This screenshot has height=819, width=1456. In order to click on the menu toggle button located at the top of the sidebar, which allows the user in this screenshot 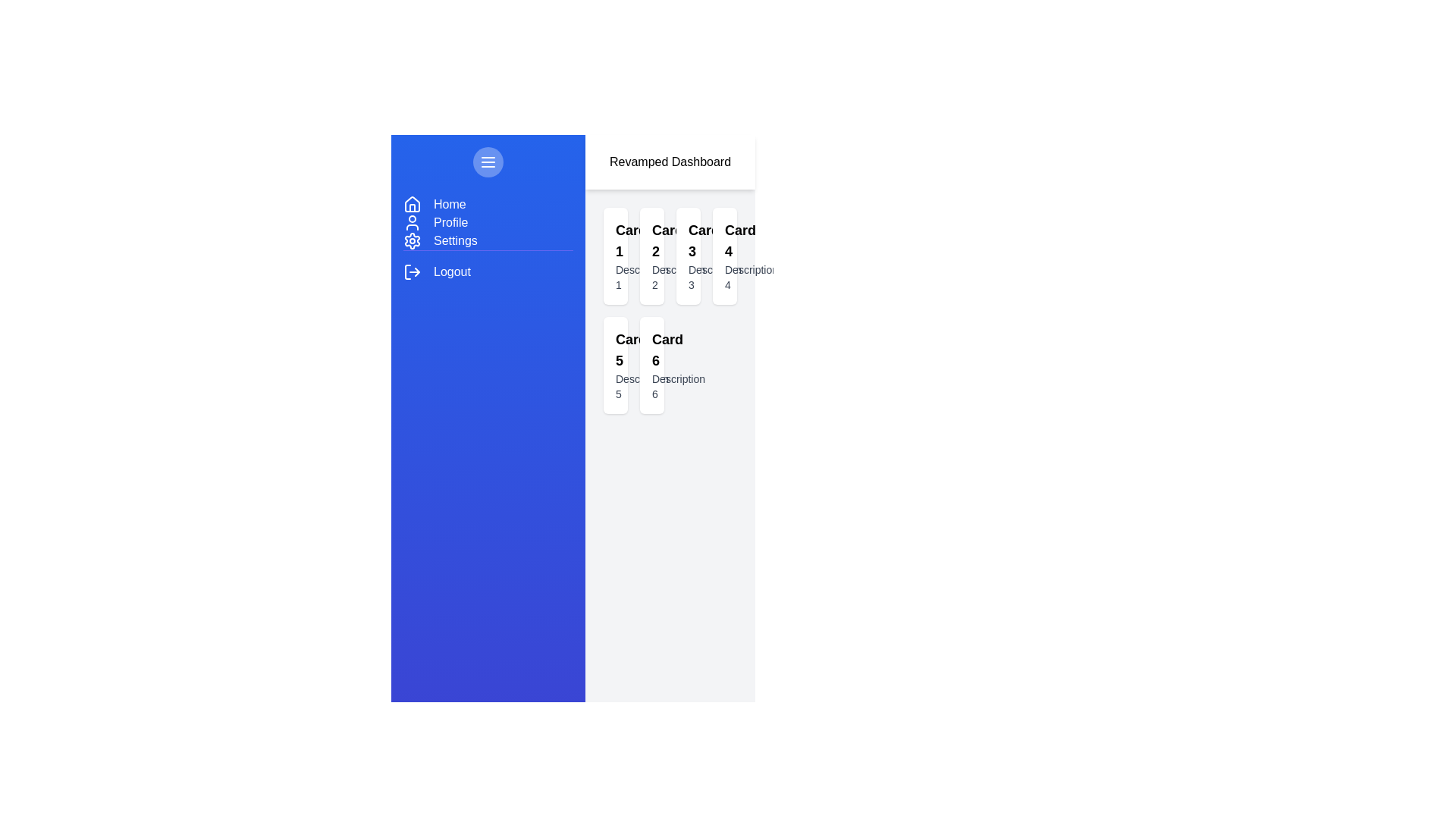, I will do `click(488, 162)`.